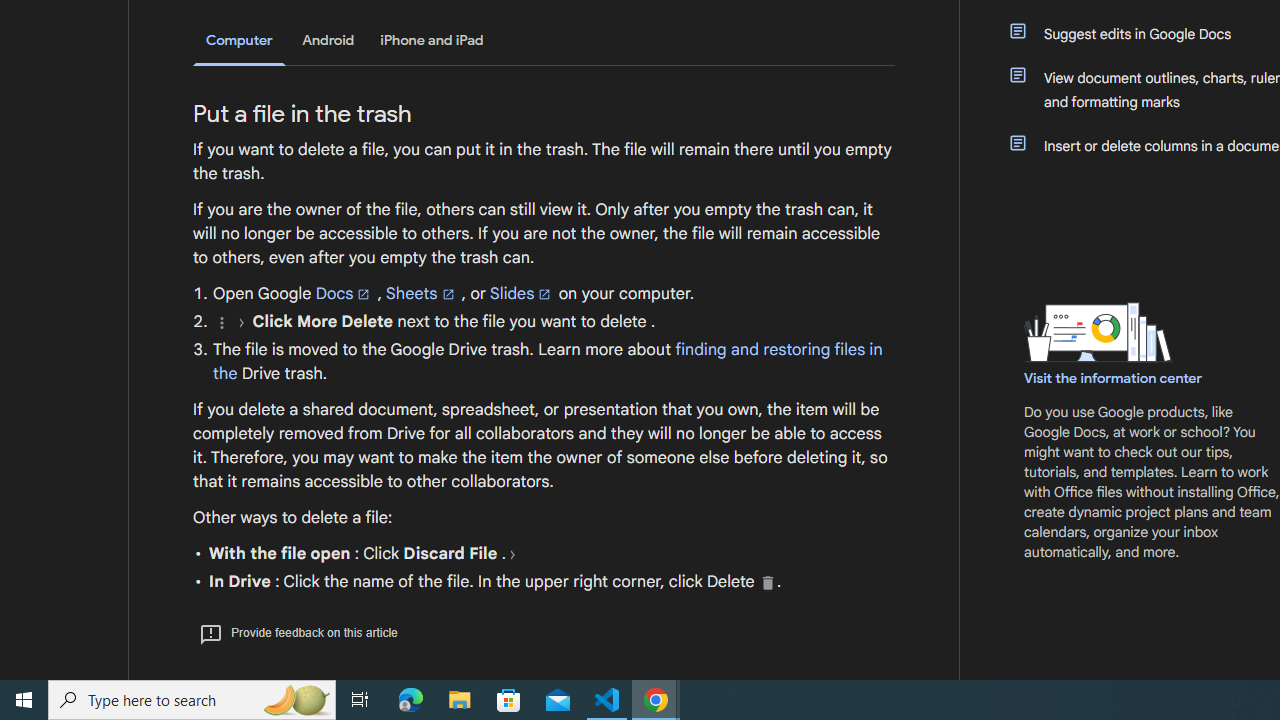 This screenshot has width=1280, height=720. What do you see at coordinates (1112, 378) in the screenshot?
I see `'Visit the information center'` at bounding box center [1112, 378].